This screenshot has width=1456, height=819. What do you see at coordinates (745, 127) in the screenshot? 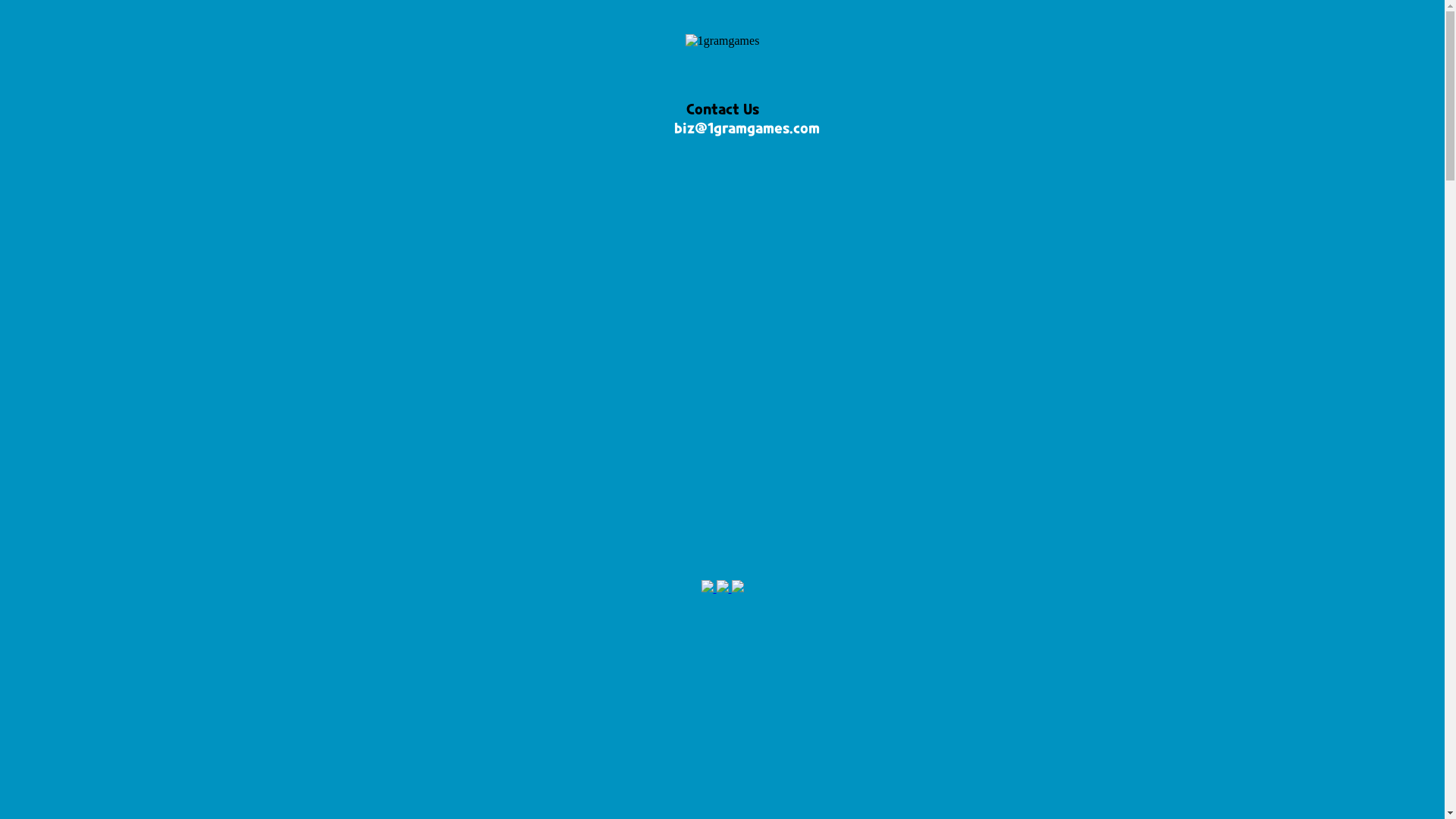
I see `'biz@1gramgames.com'` at bounding box center [745, 127].